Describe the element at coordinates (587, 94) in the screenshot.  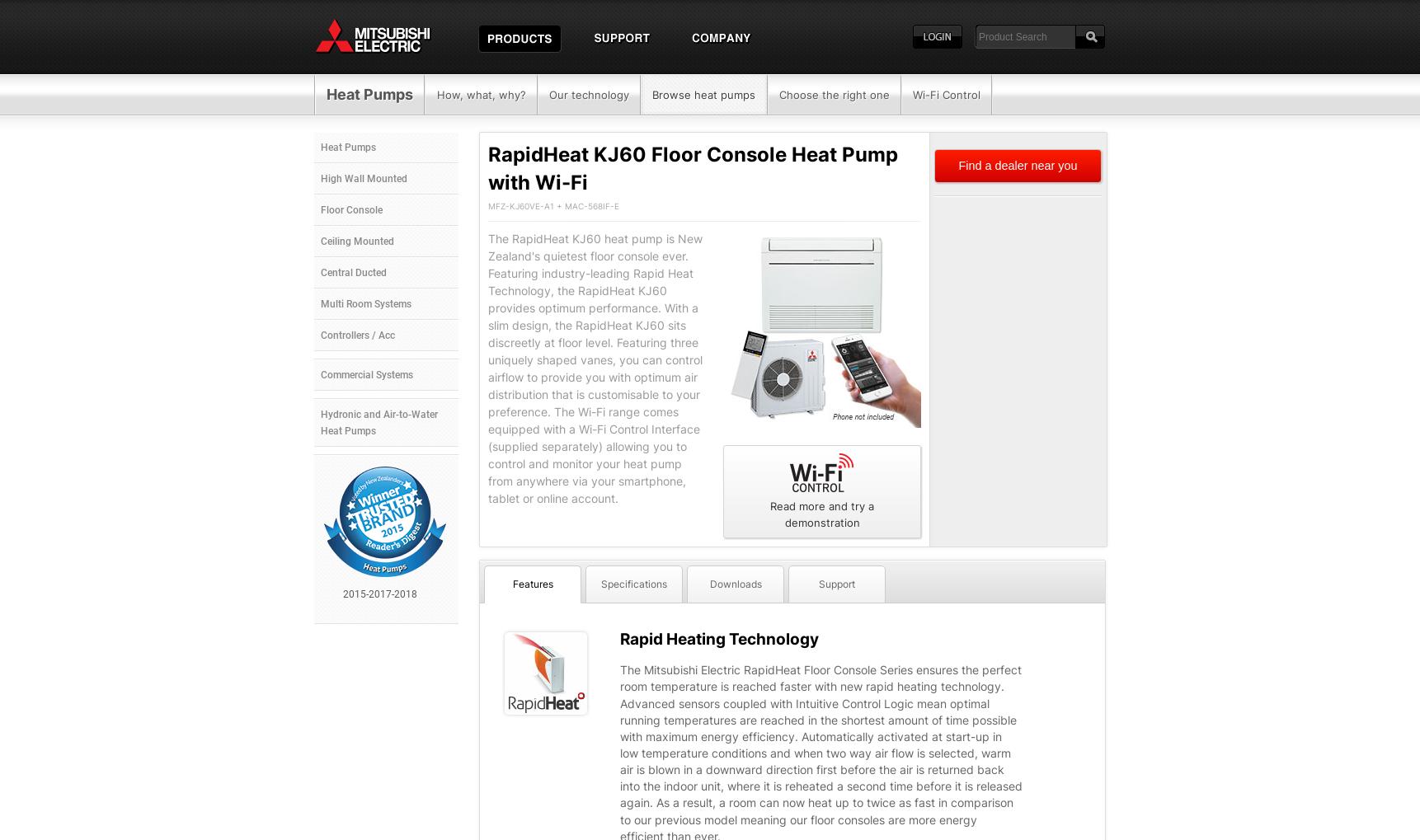
I see `'Our technology'` at that location.